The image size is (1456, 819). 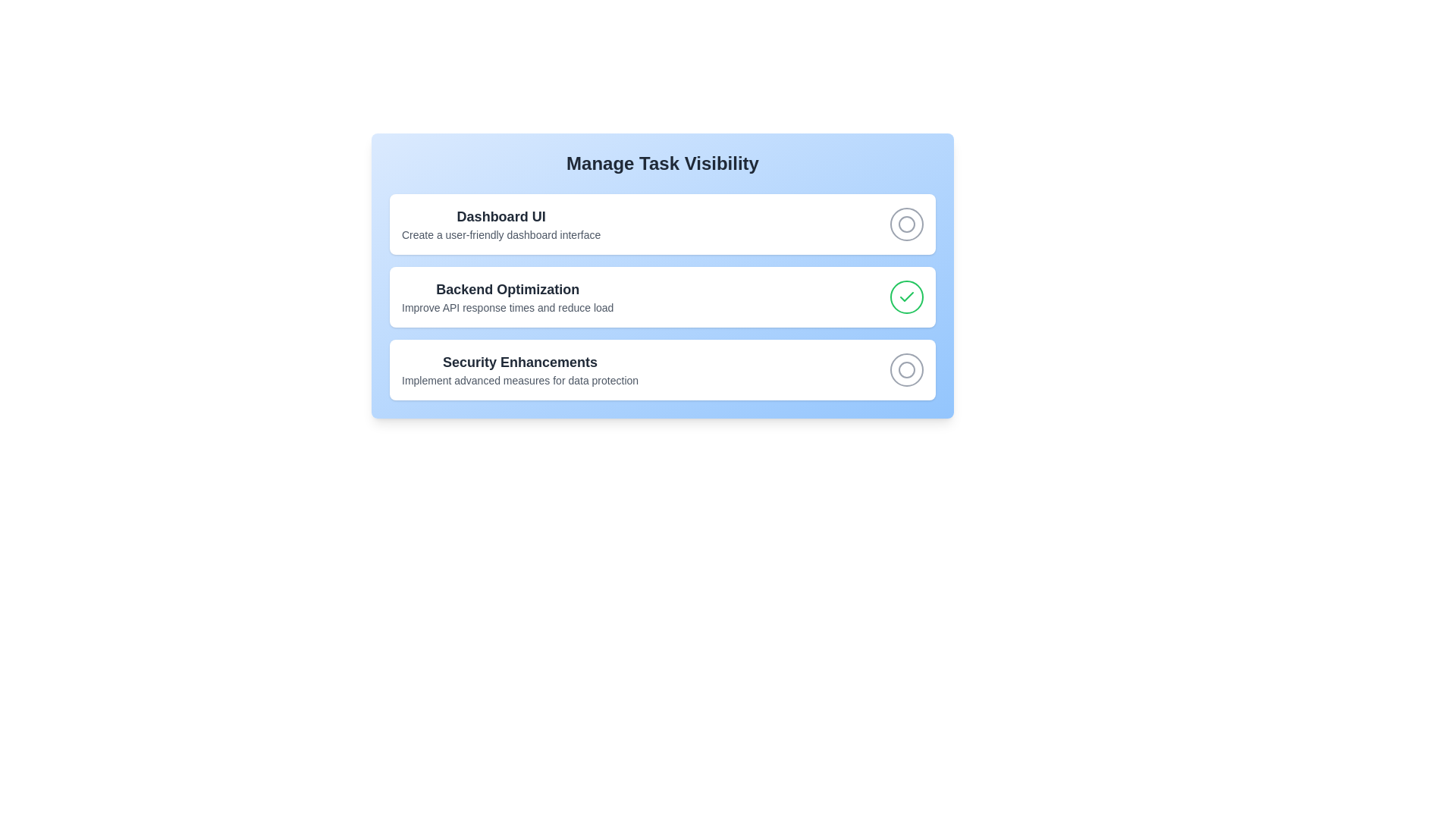 I want to click on the text label 'Backend Optimization' which is styled with a bold, large font in dark gray, located in the middle of the card section labeled 'Manage Task Visibility', so click(x=507, y=289).